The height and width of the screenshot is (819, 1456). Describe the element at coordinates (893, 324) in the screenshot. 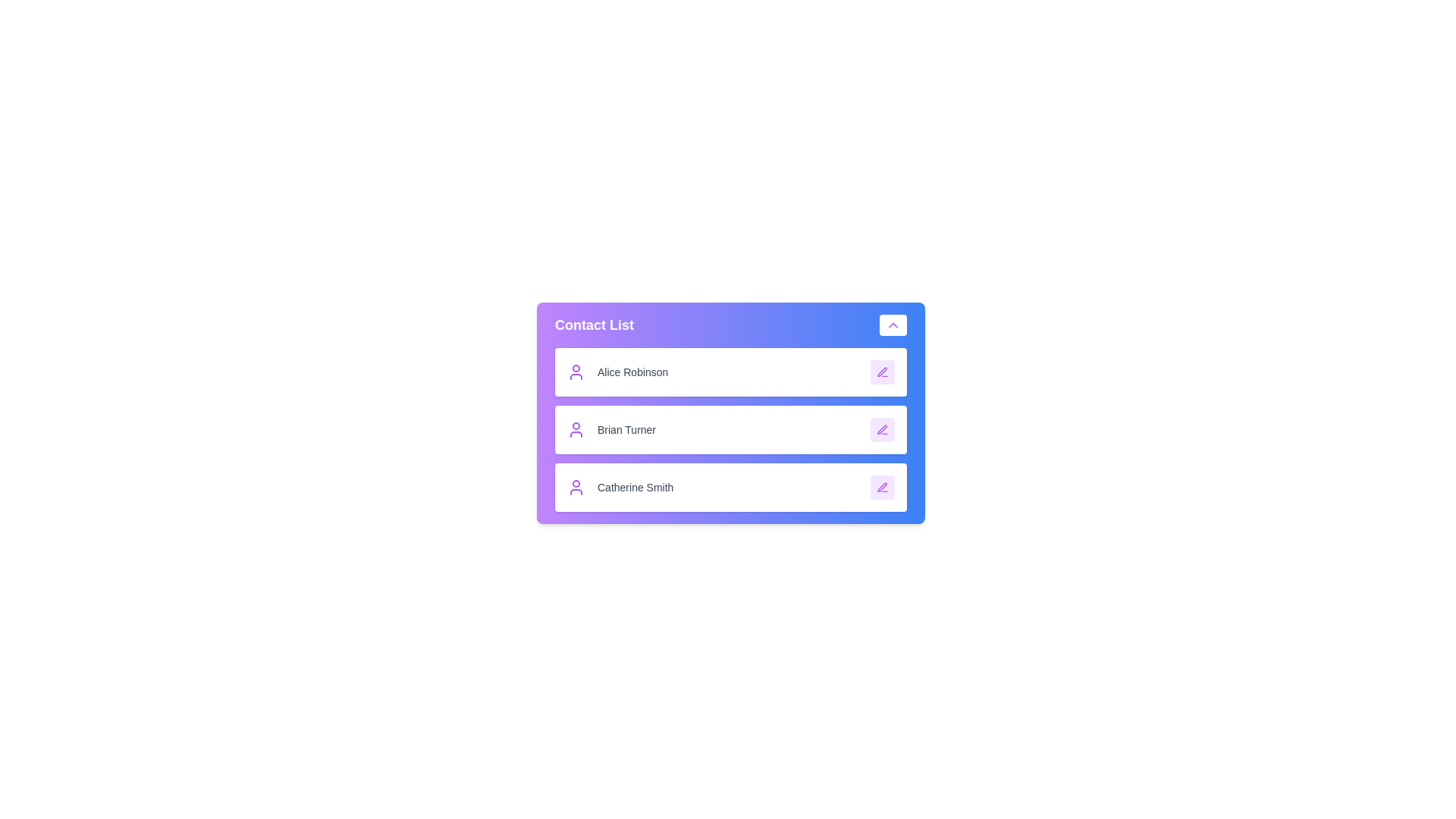

I see `toggle button to toggle the visibility of the contact list` at that location.